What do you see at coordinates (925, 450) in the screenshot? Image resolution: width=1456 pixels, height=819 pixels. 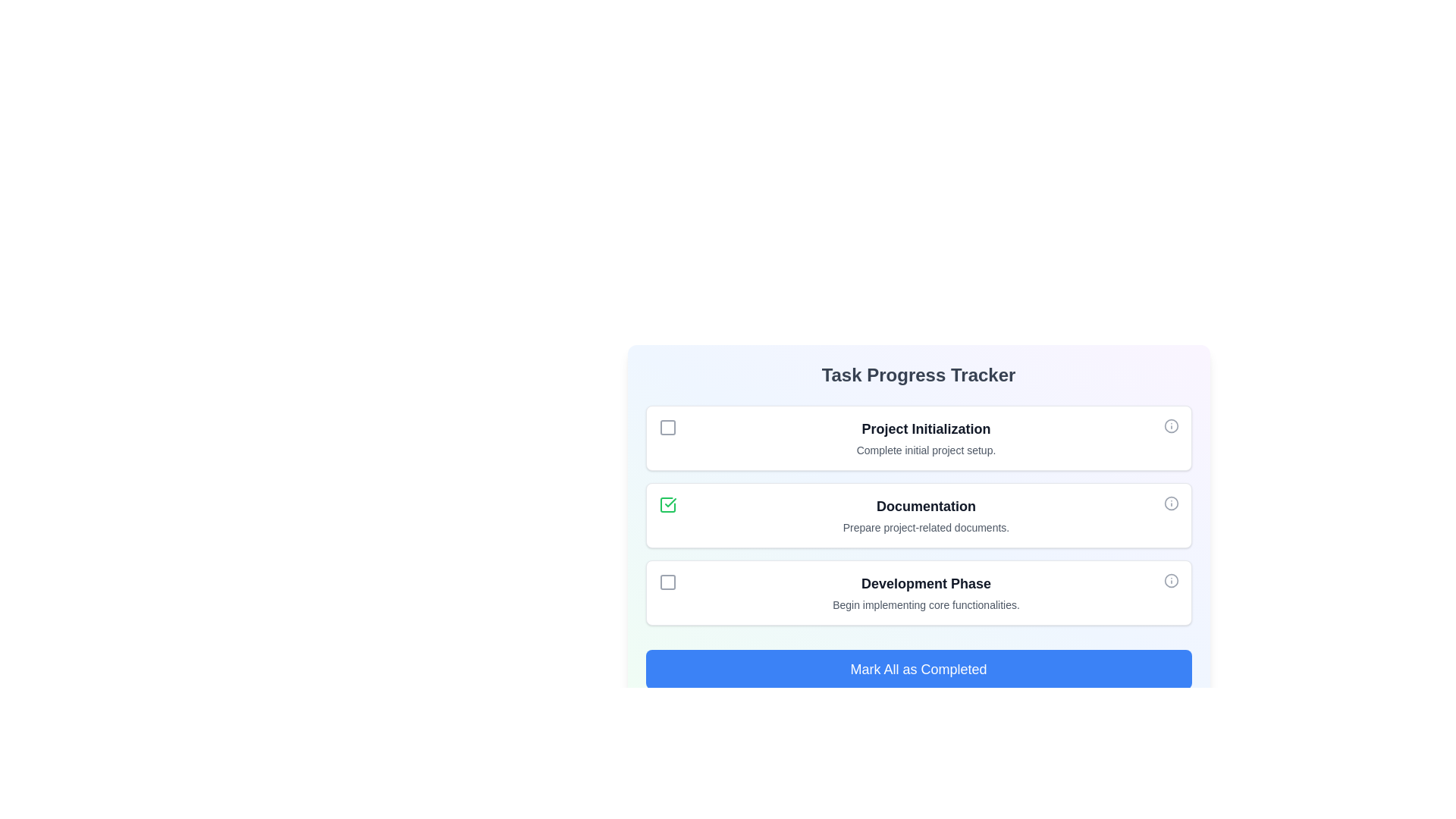 I see `text label that says 'Complete initial project setup.' located under the heading 'Project Initialization' in the first task card` at bounding box center [925, 450].